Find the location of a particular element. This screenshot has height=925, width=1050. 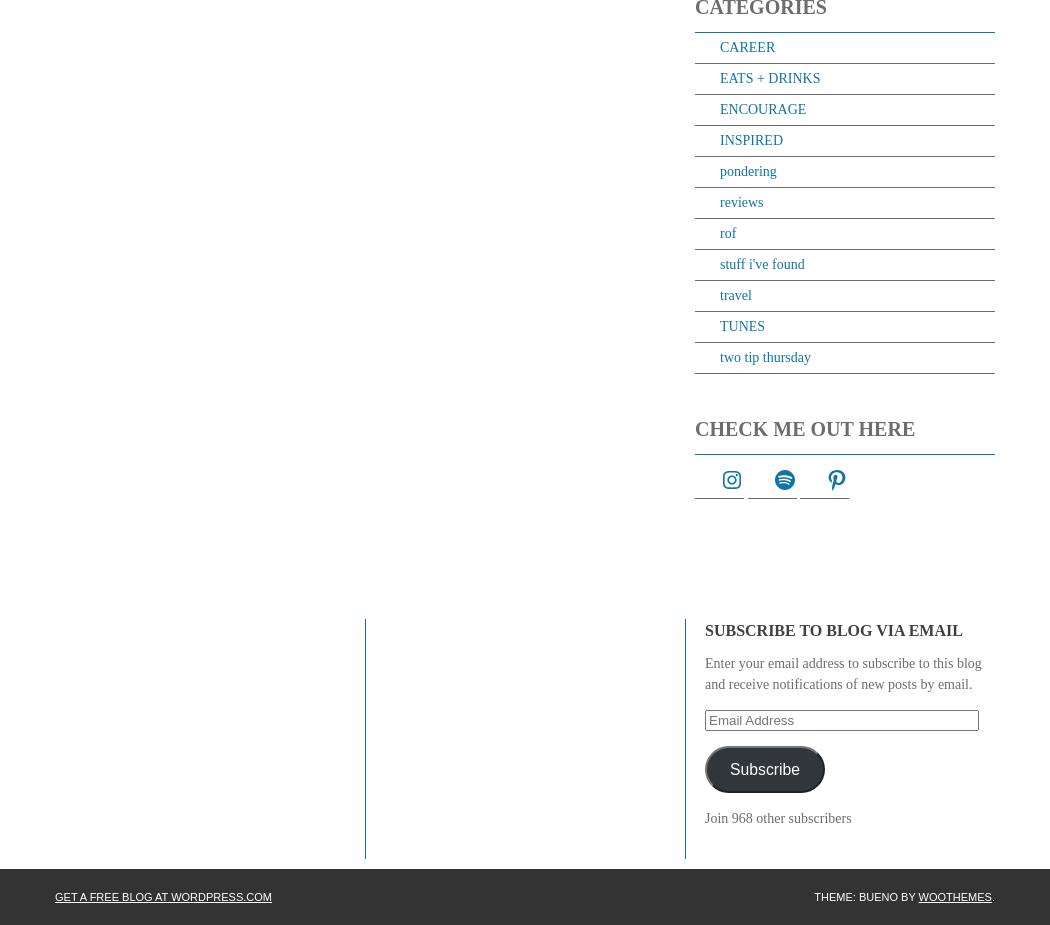

'WooThemes' is located at coordinates (918, 896).